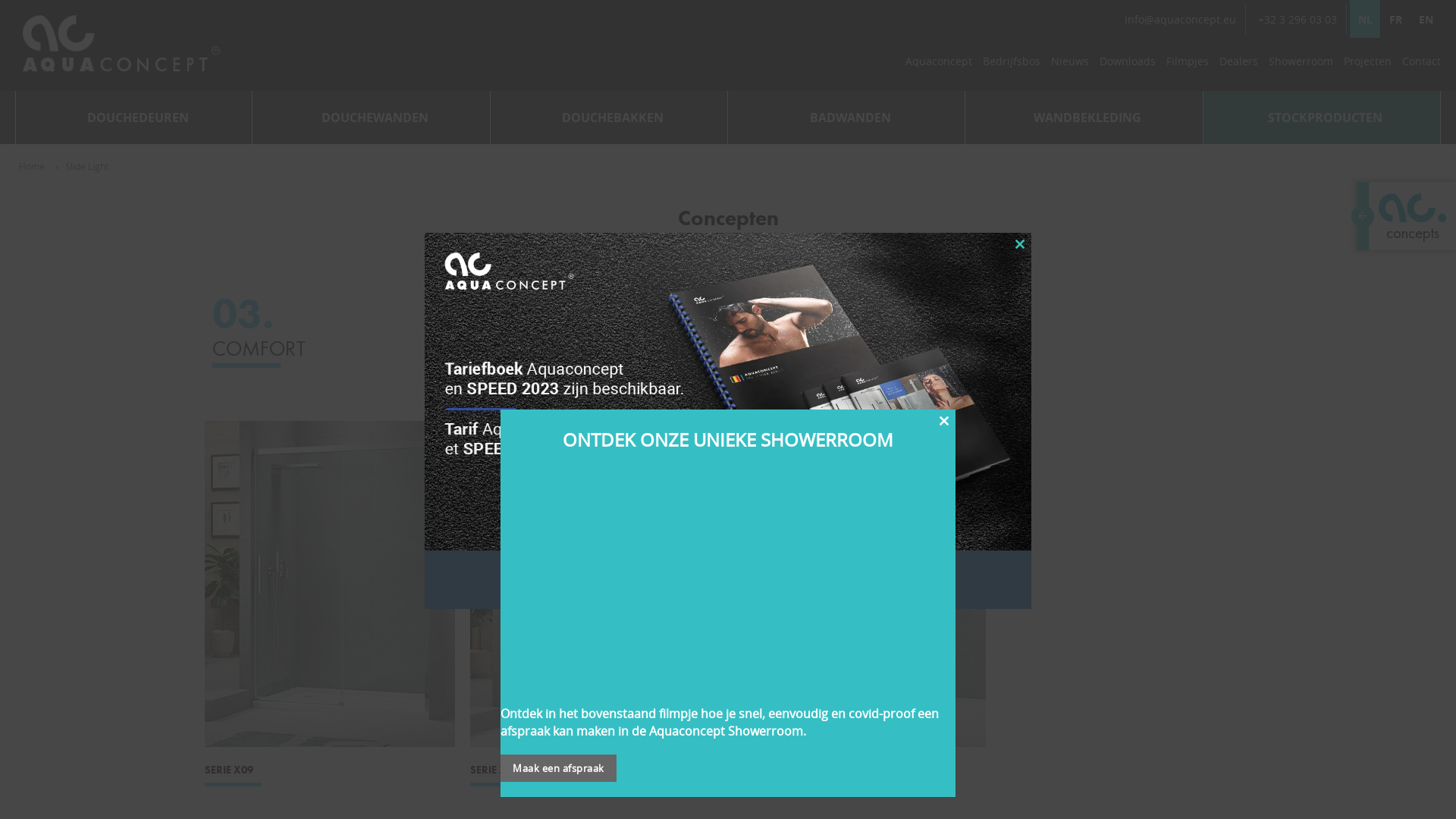 This screenshot has height=819, width=1456. What do you see at coordinates (1296, 19) in the screenshot?
I see `'+32 3 296 03 03'` at bounding box center [1296, 19].